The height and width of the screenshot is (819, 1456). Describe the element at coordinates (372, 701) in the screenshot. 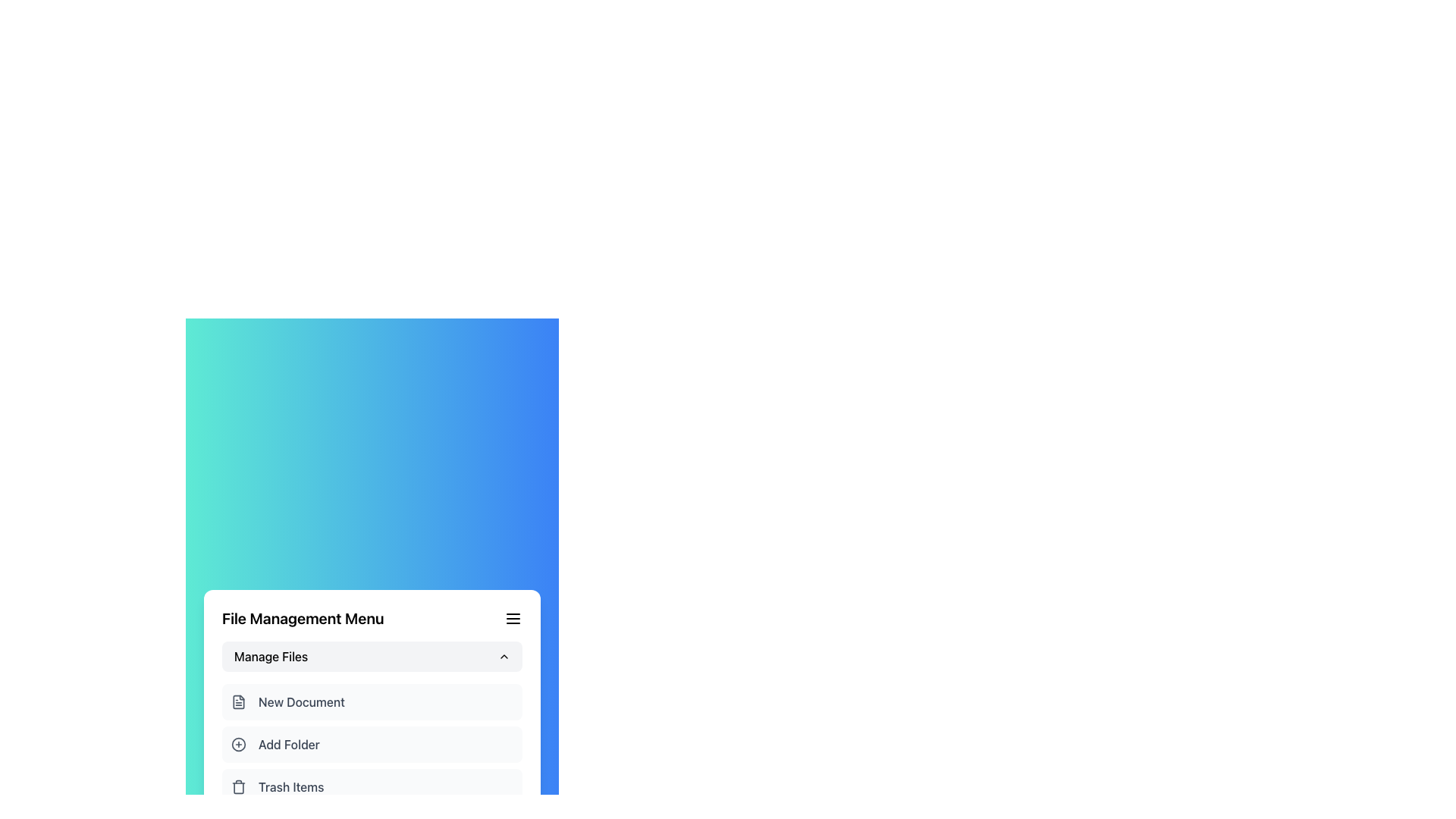

I see `the 'Create New Document' button located at the top of the file management menu` at that location.